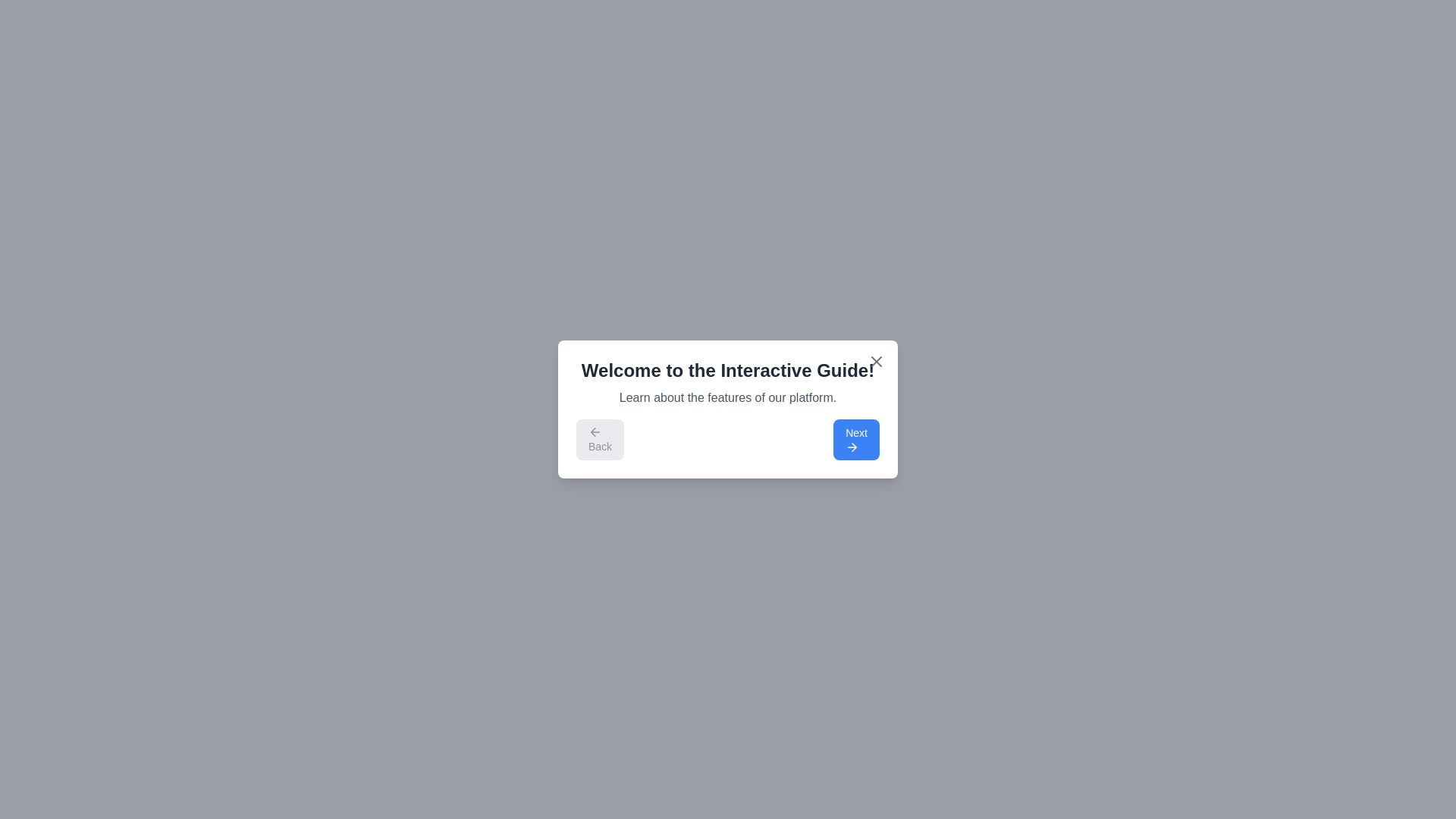 The image size is (1456, 819). Describe the element at coordinates (877, 362) in the screenshot. I see `the close button represented by an 'X' icon to change its color to red` at that location.